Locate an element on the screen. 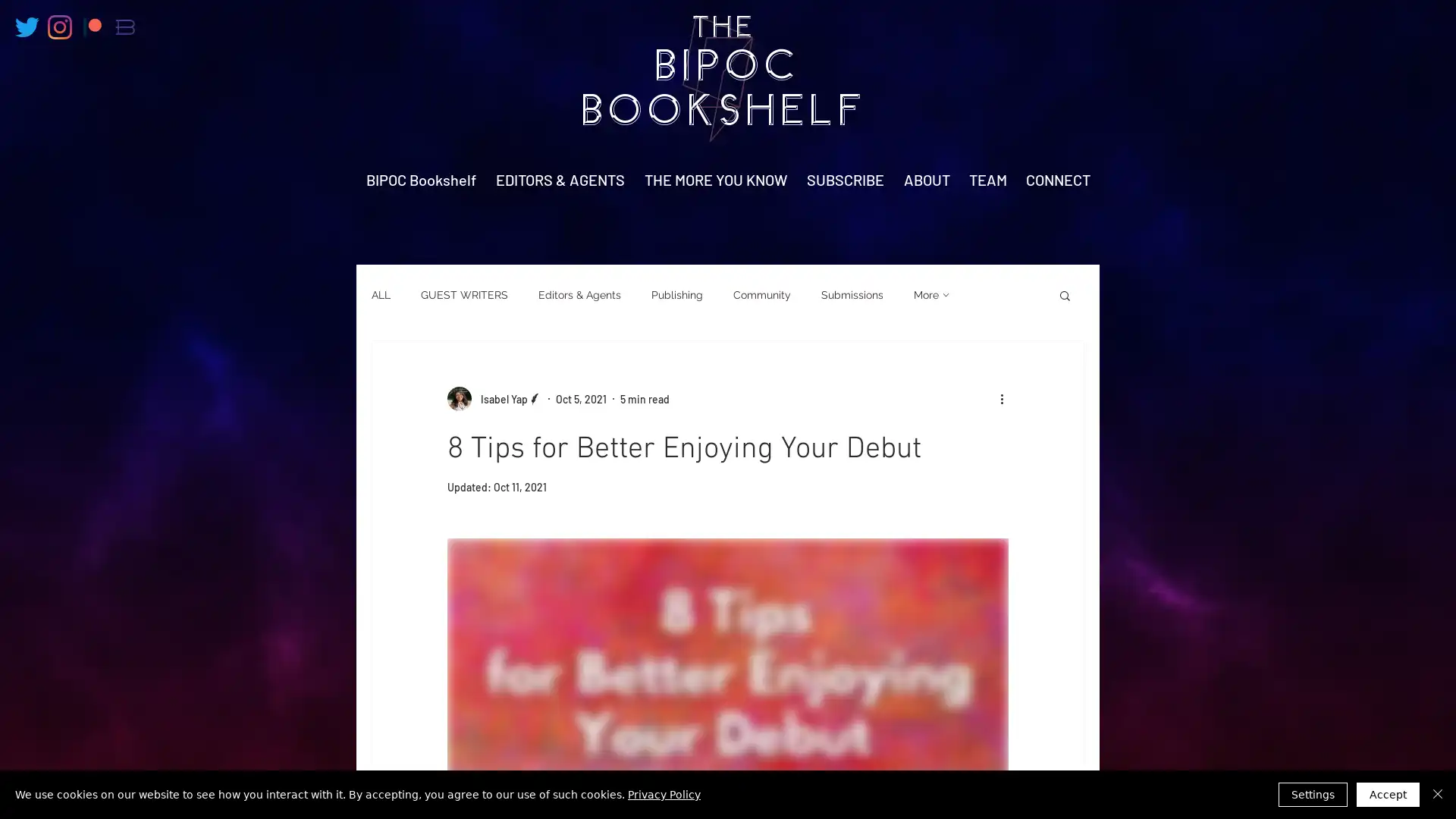  Settings is located at coordinates (1312, 794).